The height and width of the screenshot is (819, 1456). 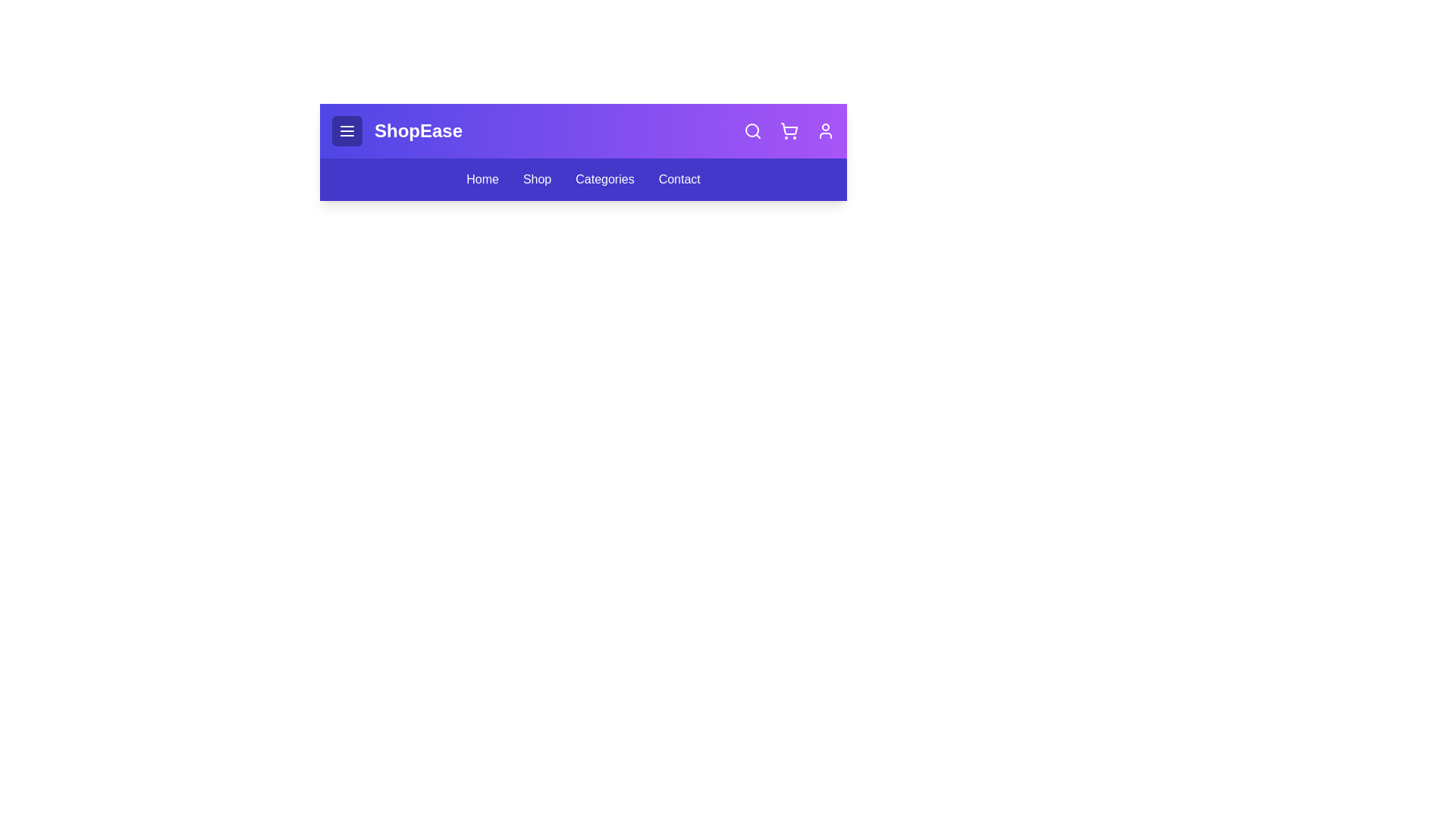 I want to click on the navigation link Home, so click(x=481, y=178).